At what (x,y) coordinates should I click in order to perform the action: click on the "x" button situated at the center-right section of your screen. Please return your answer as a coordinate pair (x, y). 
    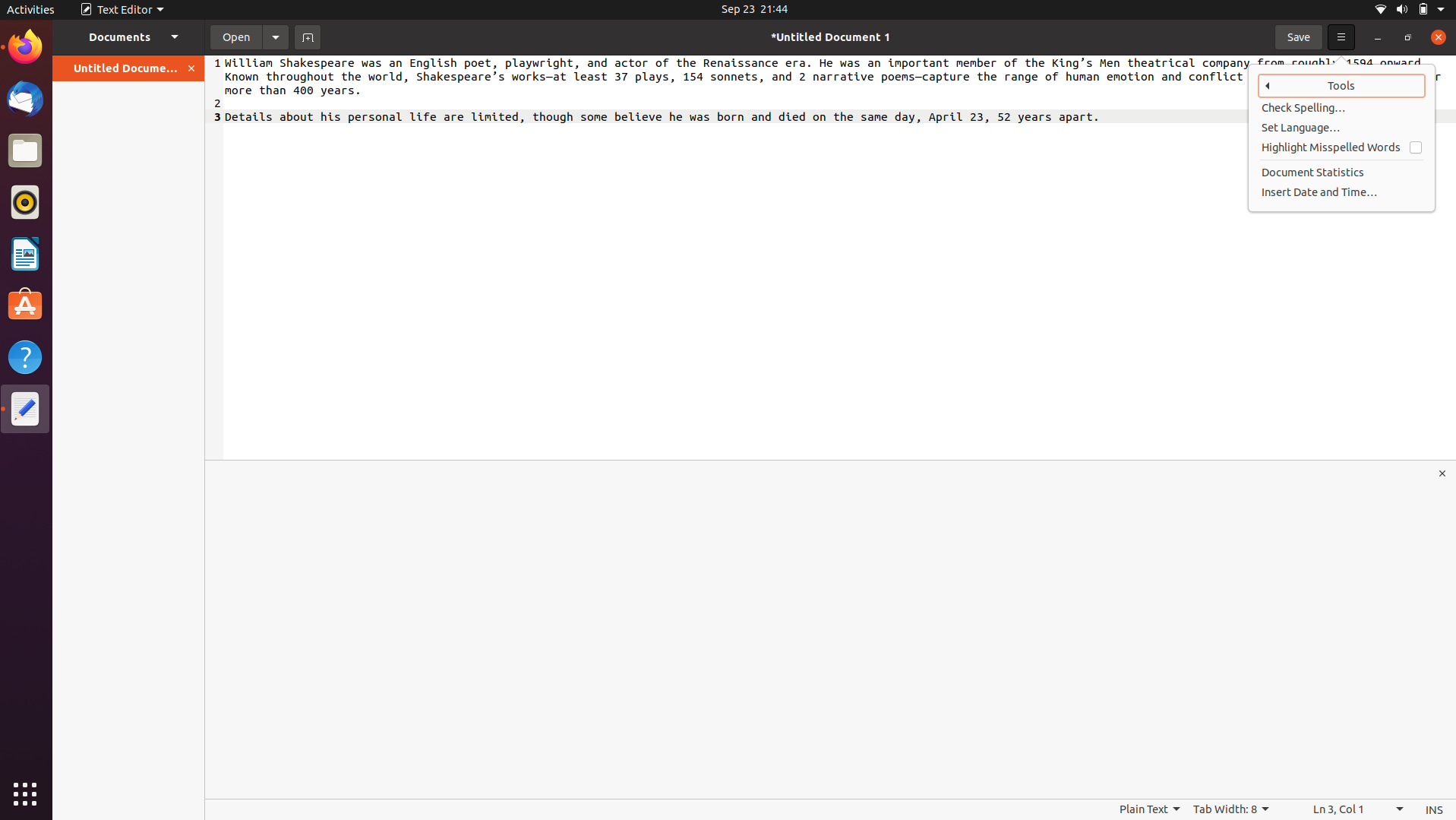
    Looking at the image, I should click on (1443, 473).